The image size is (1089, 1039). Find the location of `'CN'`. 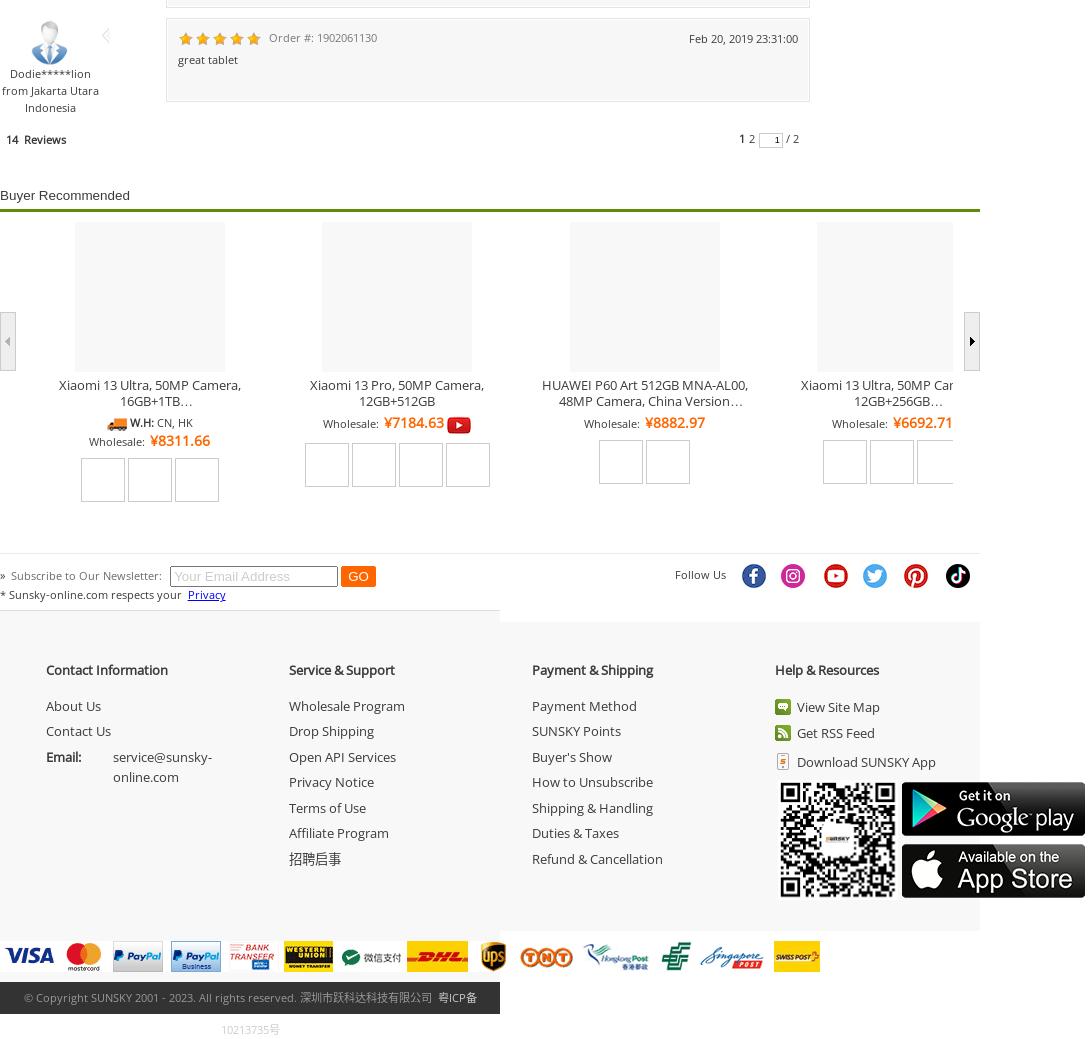

'CN' is located at coordinates (163, 421).